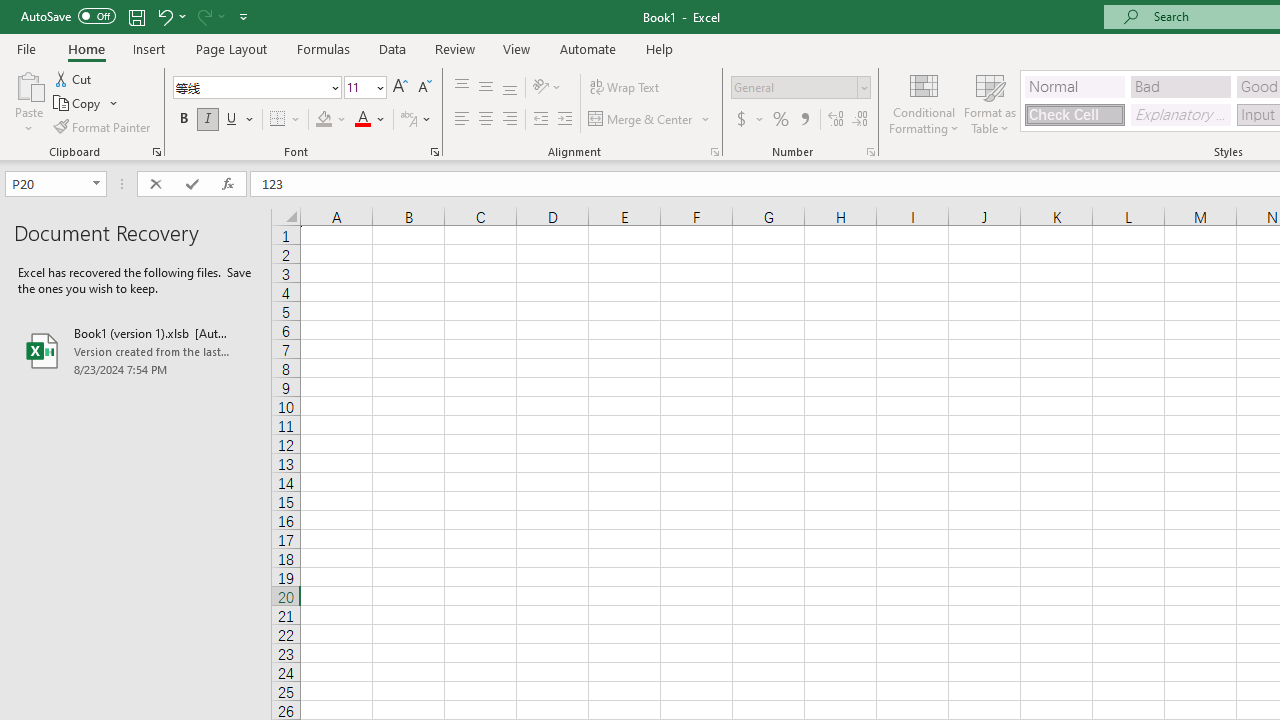  What do you see at coordinates (461, 86) in the screenshot?
I see `'Top Align'` at bounding box center [461, 86].